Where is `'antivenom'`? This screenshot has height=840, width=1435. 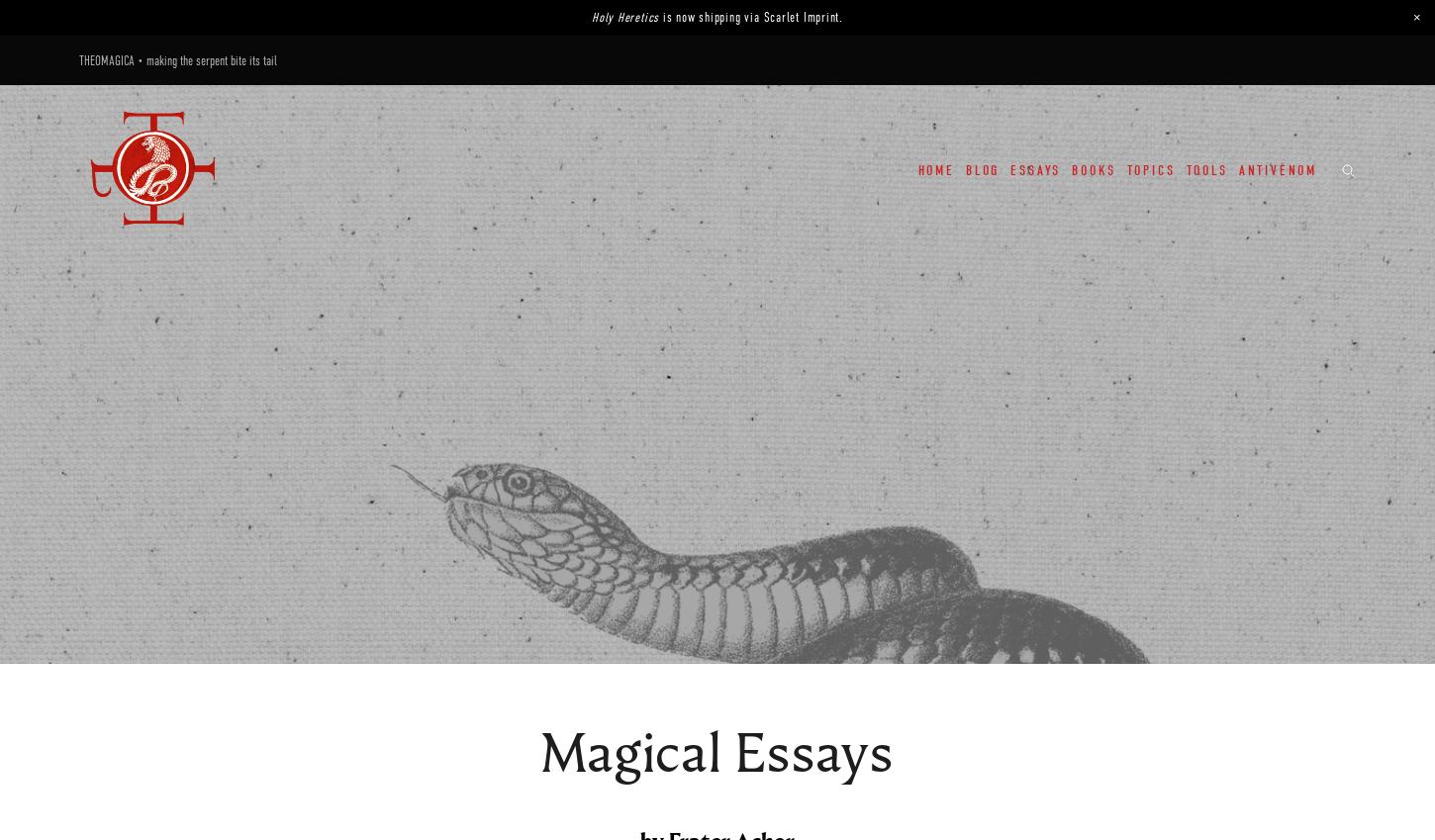 'antivenom' is located at coordinates (1277, 169).